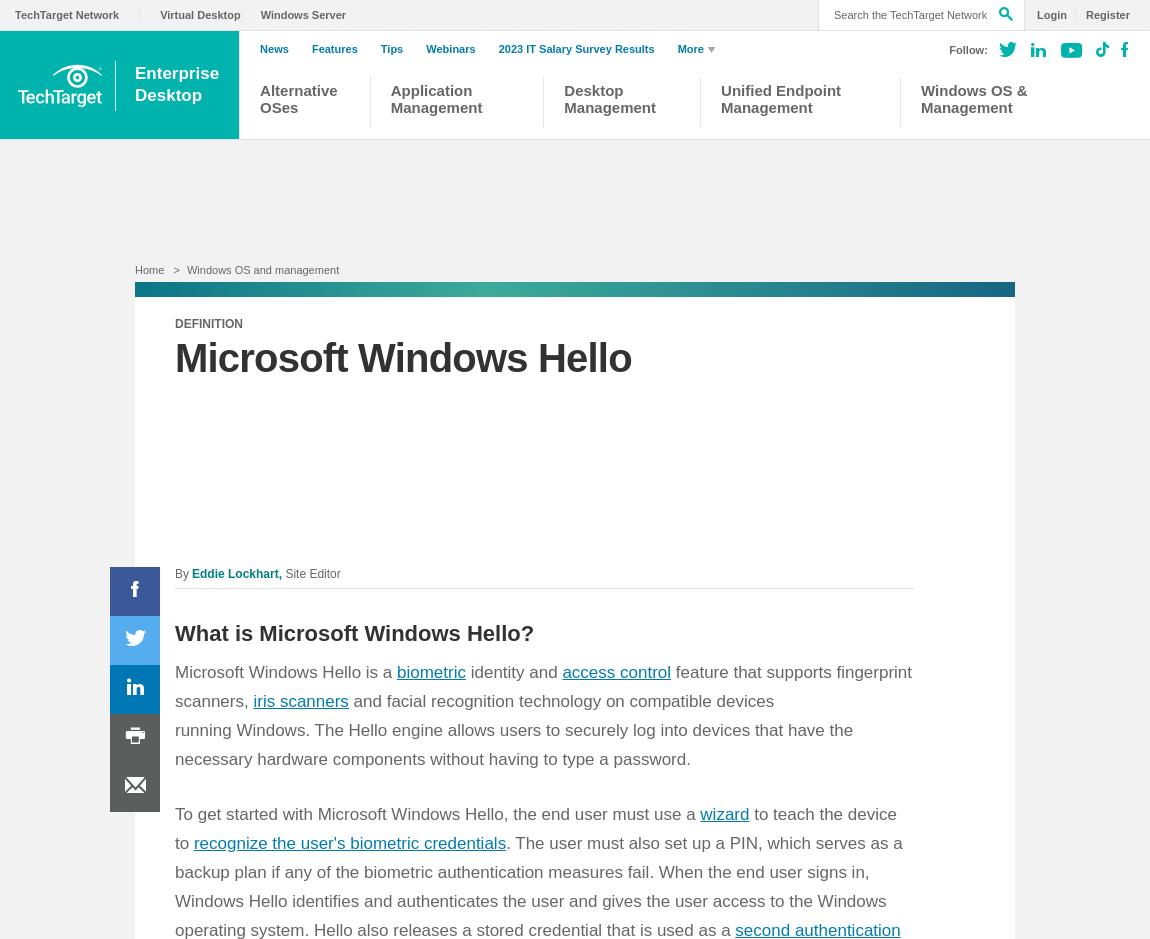  I want to click on 'Webinars', so click(450, 48).